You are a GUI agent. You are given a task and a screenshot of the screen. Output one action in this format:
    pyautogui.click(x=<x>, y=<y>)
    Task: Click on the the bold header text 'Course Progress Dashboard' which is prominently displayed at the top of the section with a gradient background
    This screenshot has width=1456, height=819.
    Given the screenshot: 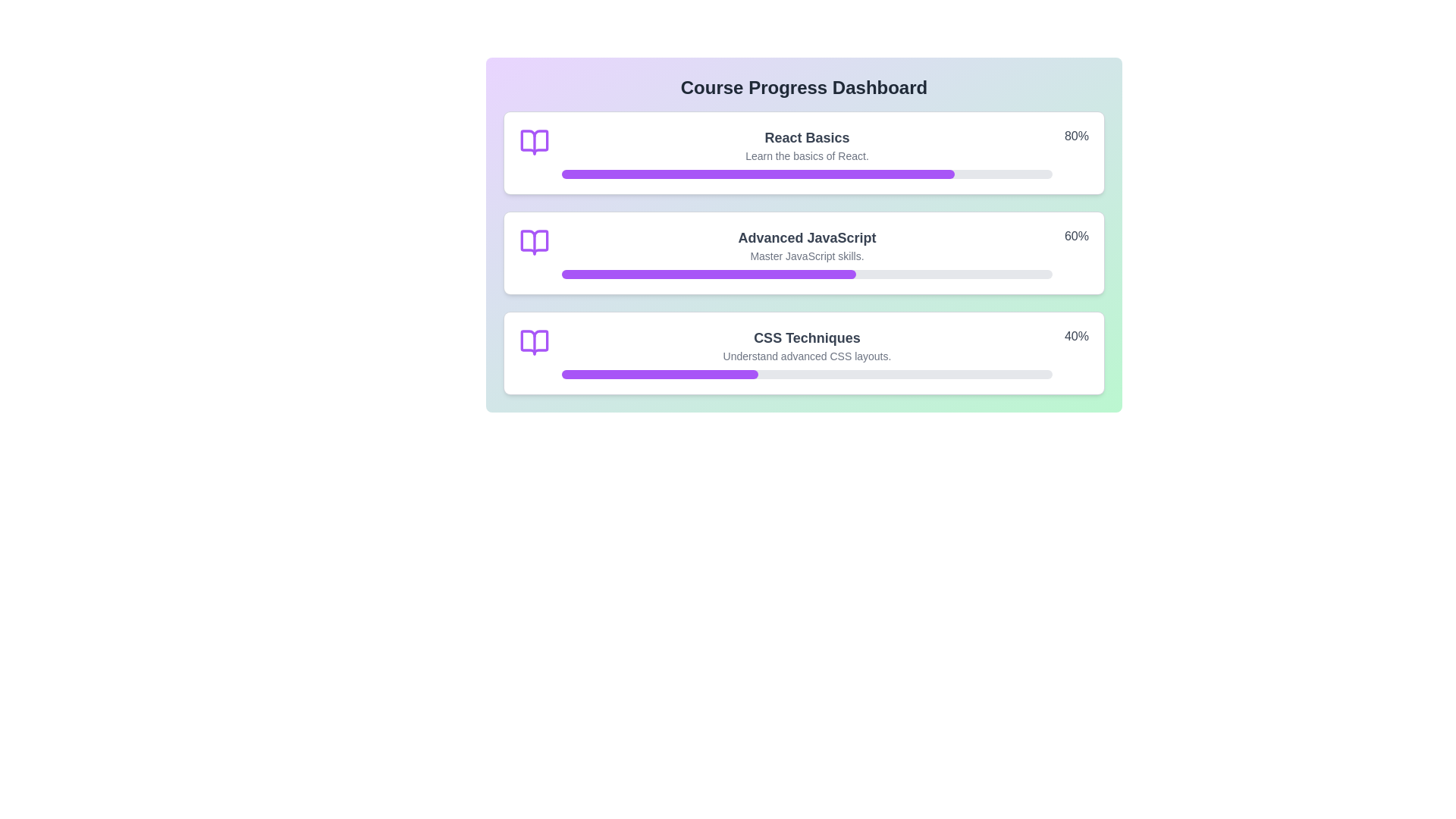 What is the action you would take?
    pyautogui.click(x=803, y=87)
    